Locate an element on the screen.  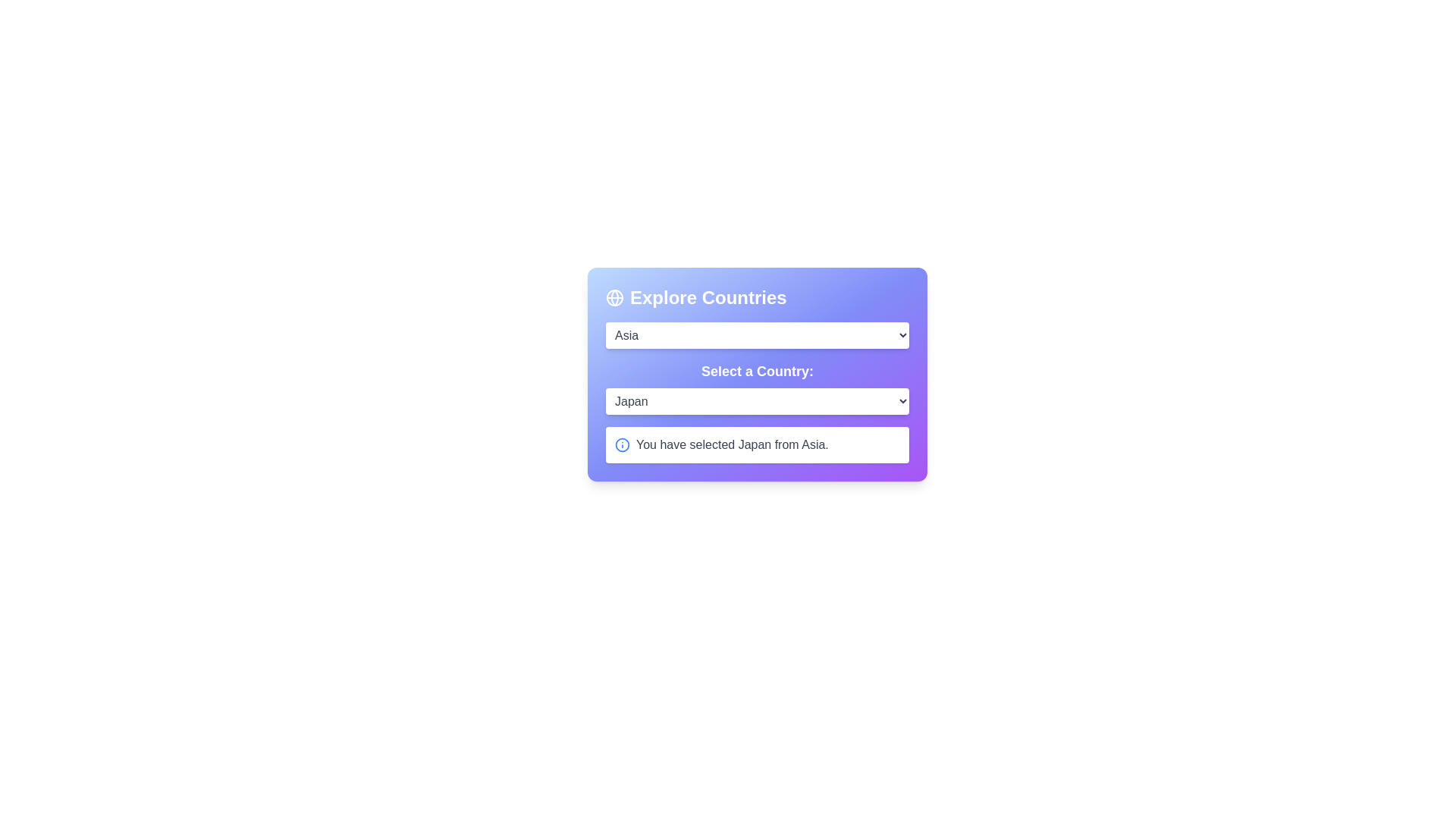
the country Japan from the dropdown menu is located at coordinates (757, 400).